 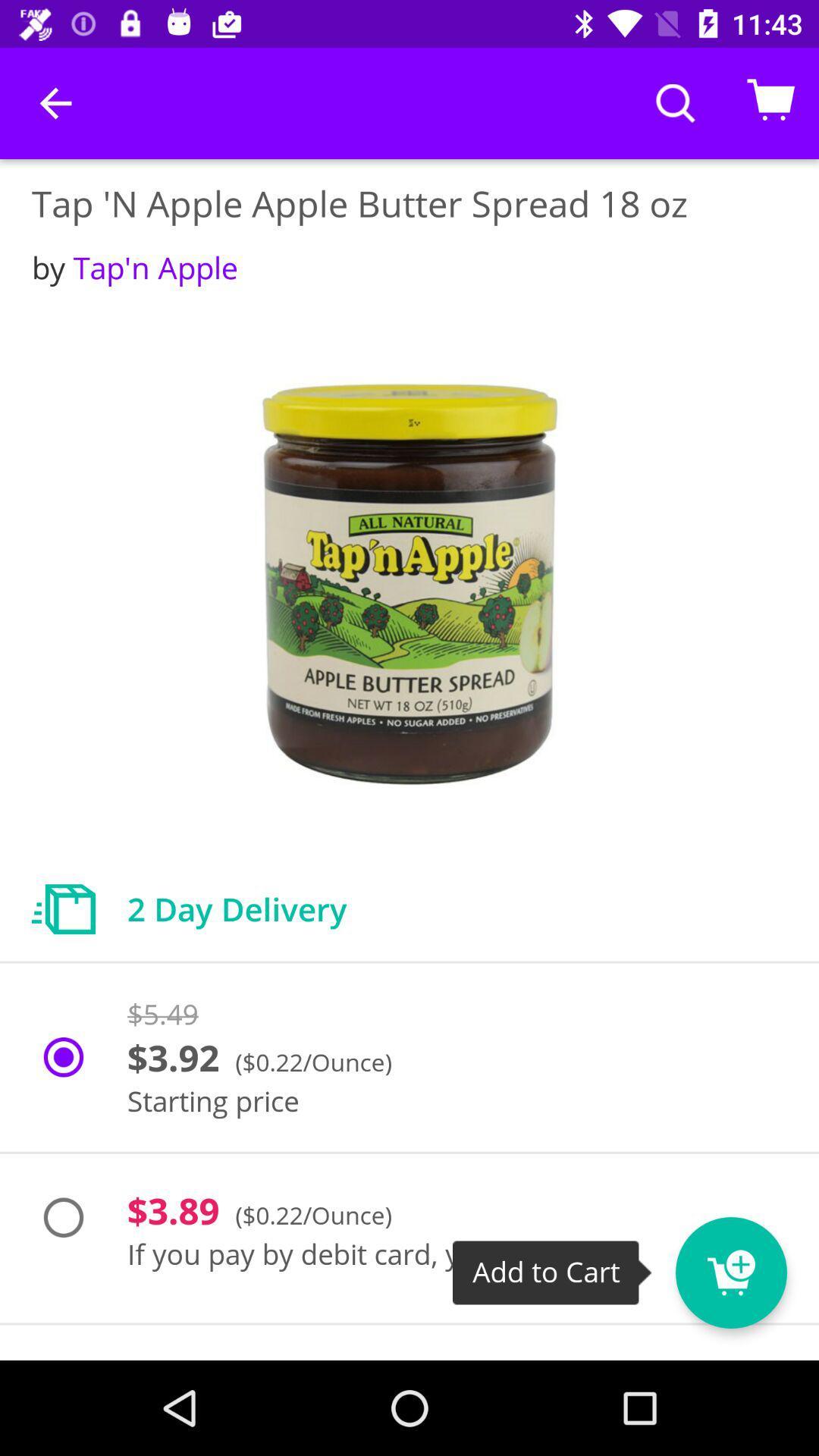 What do you see at coordinates (134, 267) in the screenshot?
I see `by tap n icon` at bounding box center [134, 267].